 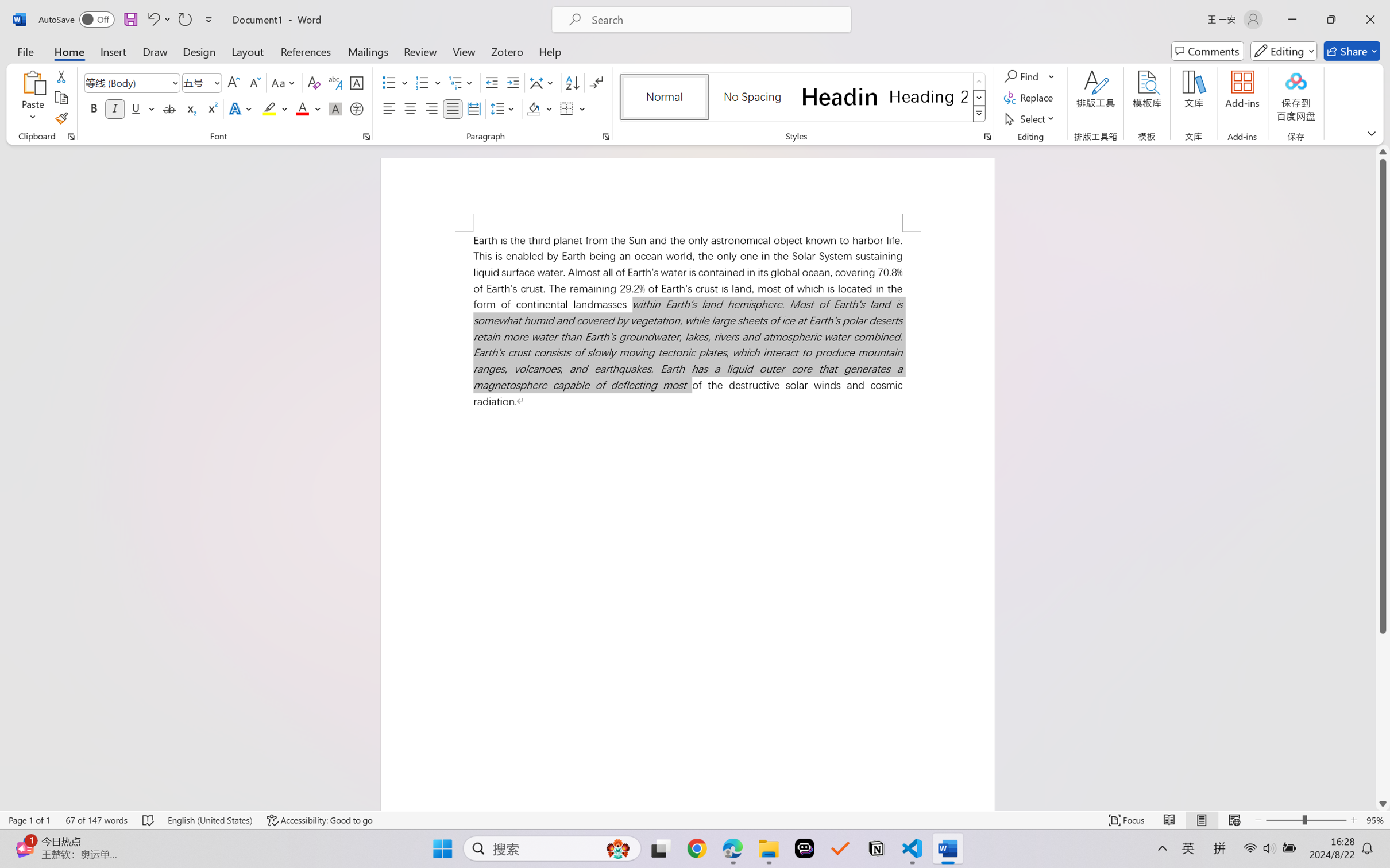 I want to click on 'Repeat Doc Close', so click(x=184, y=19).